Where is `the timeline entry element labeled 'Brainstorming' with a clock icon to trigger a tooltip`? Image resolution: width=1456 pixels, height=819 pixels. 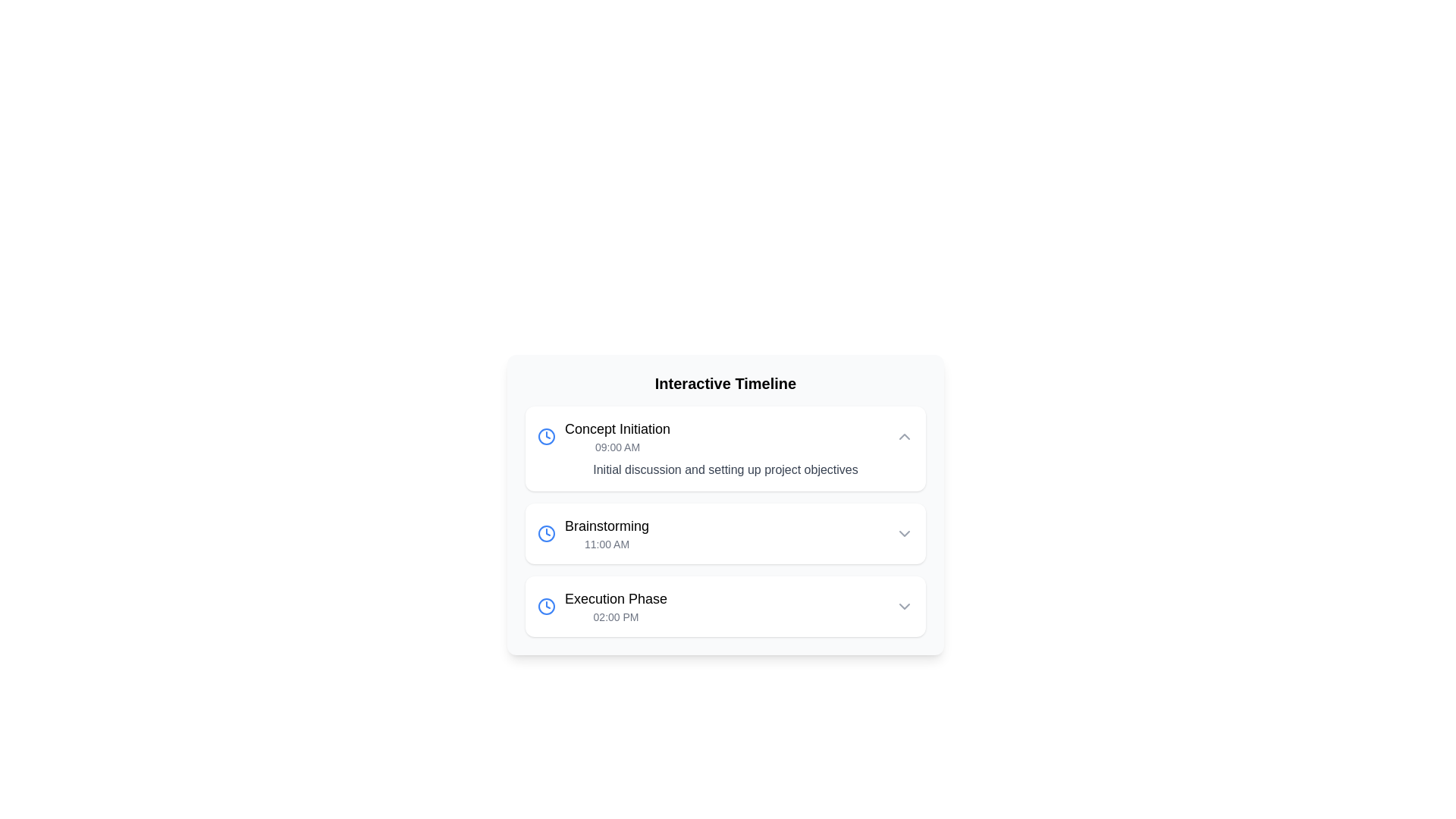
the timeline entry element labeled 'Brainstorming' with a clock icon to trigger a tooltip is located at coordinates (592, 533).